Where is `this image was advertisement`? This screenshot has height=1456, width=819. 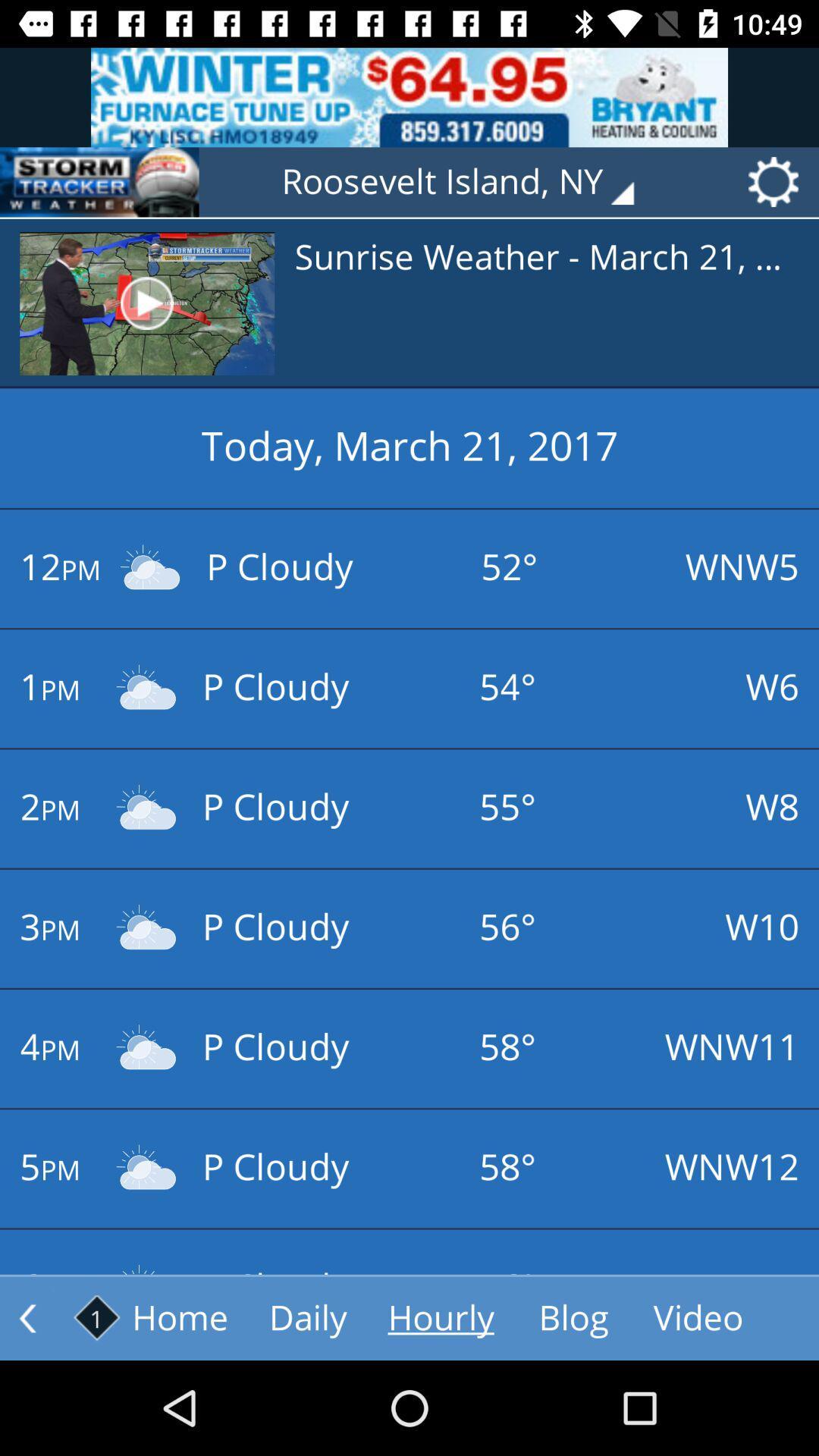 this image was advertisement is located at coordinates (409, 96).